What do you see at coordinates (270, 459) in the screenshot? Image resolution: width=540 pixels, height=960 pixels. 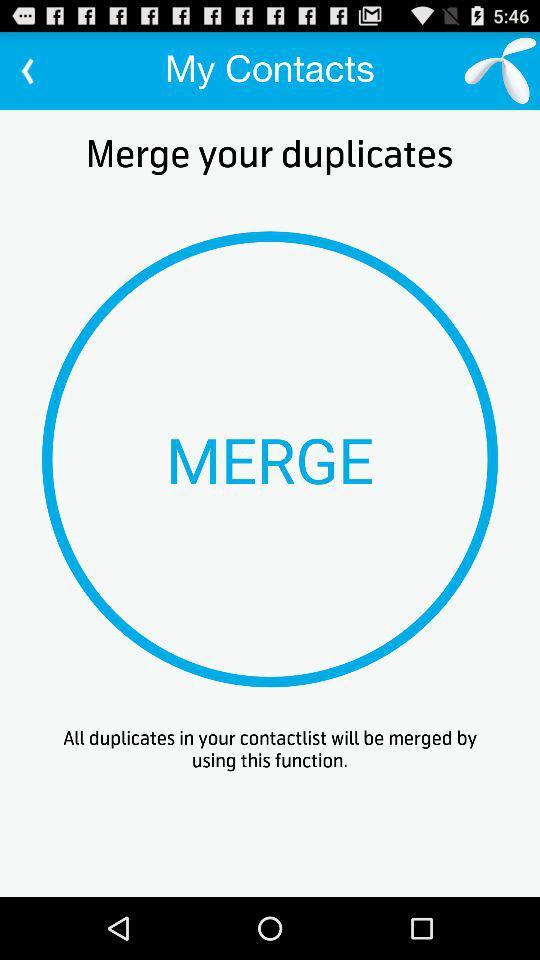 I see `proceed with merging` at bounding box center [270, 459].